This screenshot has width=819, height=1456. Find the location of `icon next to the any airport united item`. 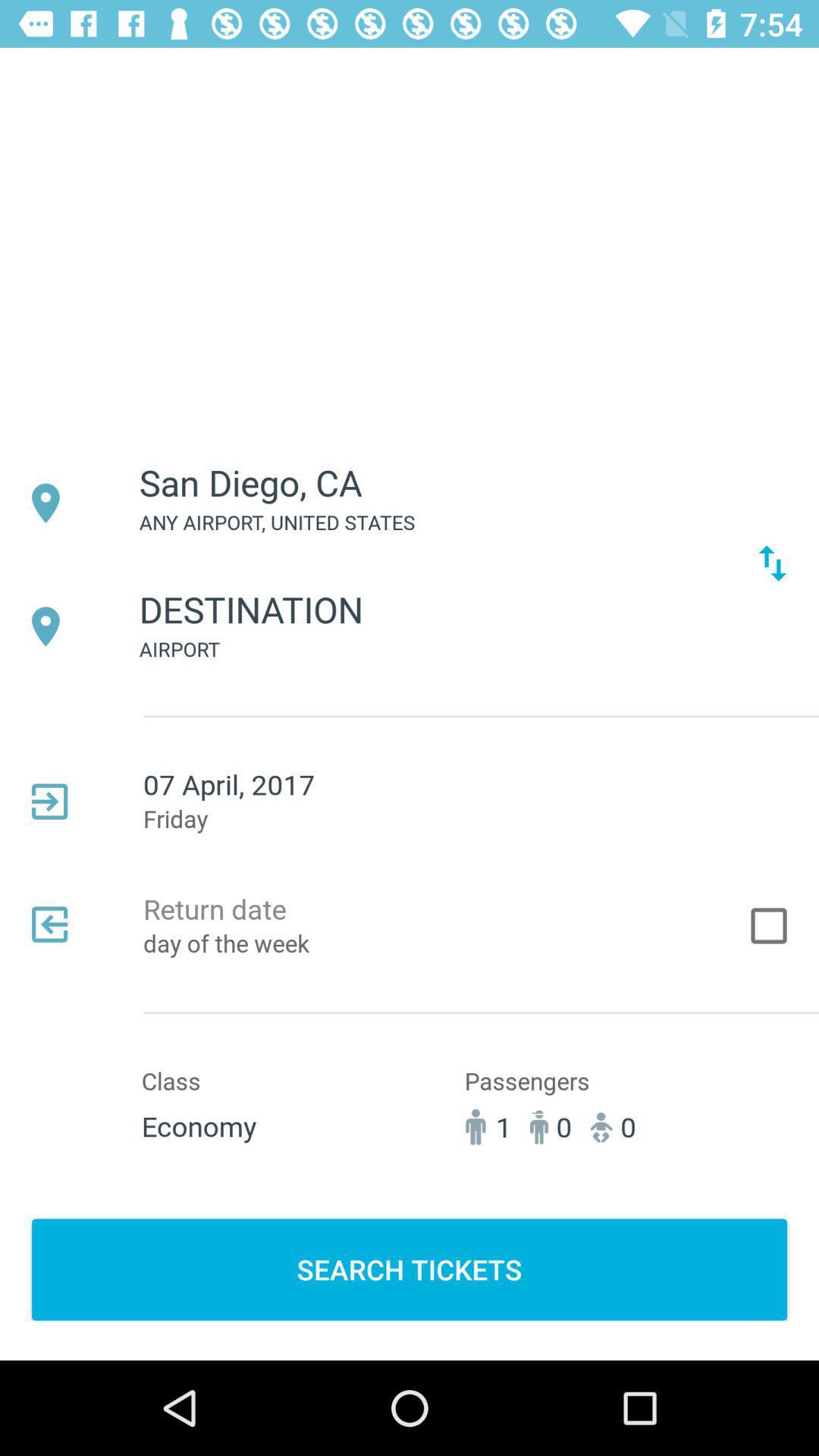

icon next to the any airport united item is located at coordinates (772, 562).